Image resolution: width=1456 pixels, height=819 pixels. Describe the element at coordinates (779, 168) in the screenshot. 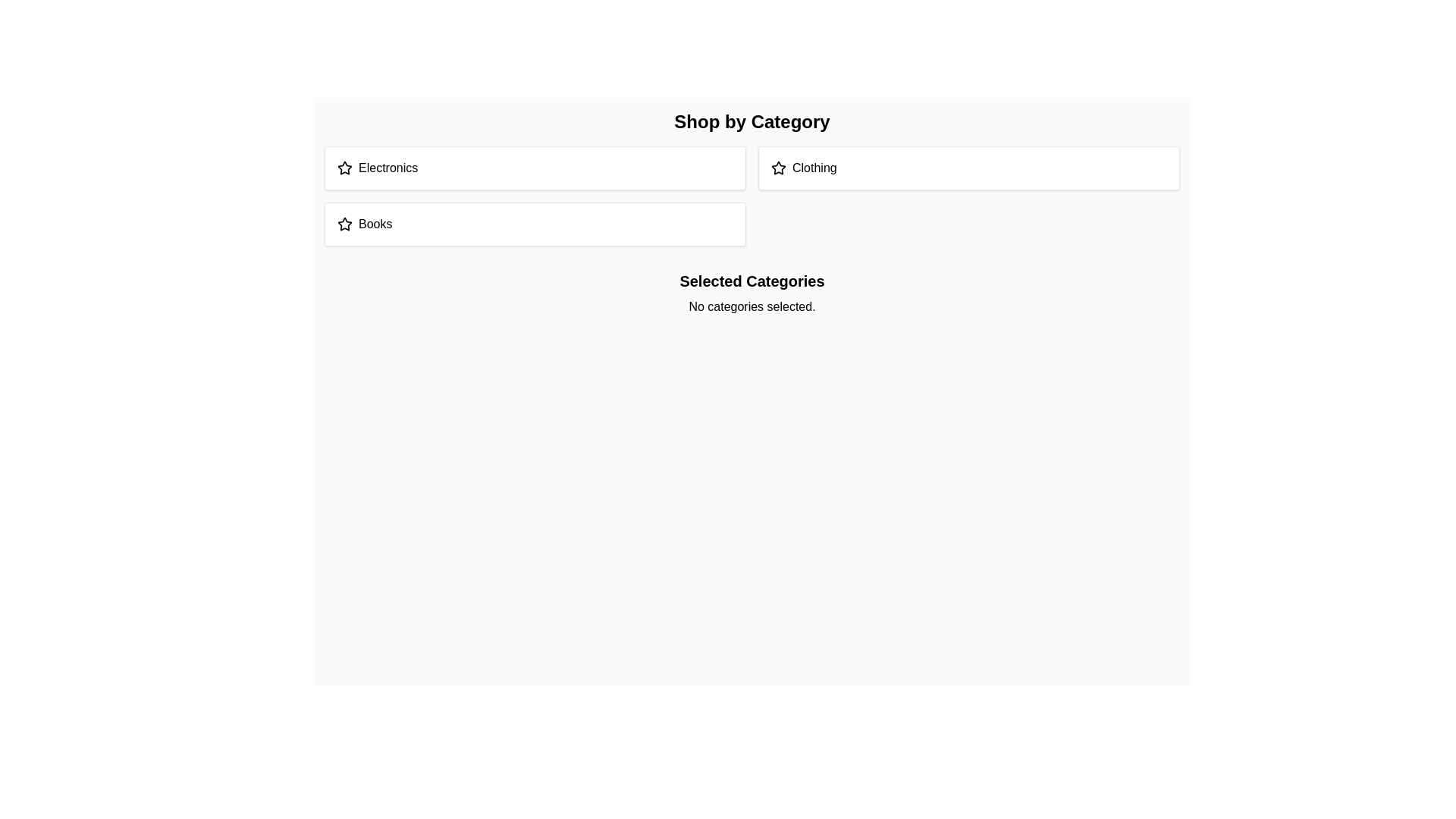

I see `the star-shaped icon with a hollow center located to the left of the 'Clothing' text label in the 'Shop by Category' section` at that location.